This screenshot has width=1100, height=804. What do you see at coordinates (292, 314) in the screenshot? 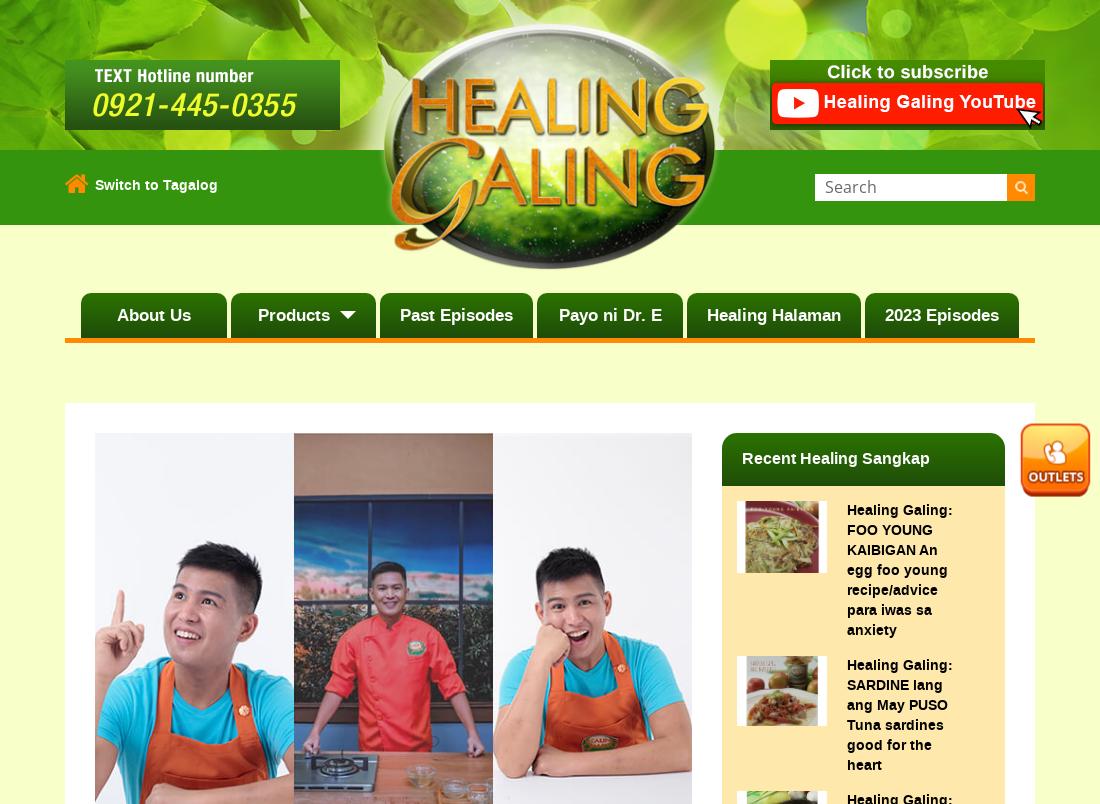
I see `'Products'` at bounding box center [292, 314].